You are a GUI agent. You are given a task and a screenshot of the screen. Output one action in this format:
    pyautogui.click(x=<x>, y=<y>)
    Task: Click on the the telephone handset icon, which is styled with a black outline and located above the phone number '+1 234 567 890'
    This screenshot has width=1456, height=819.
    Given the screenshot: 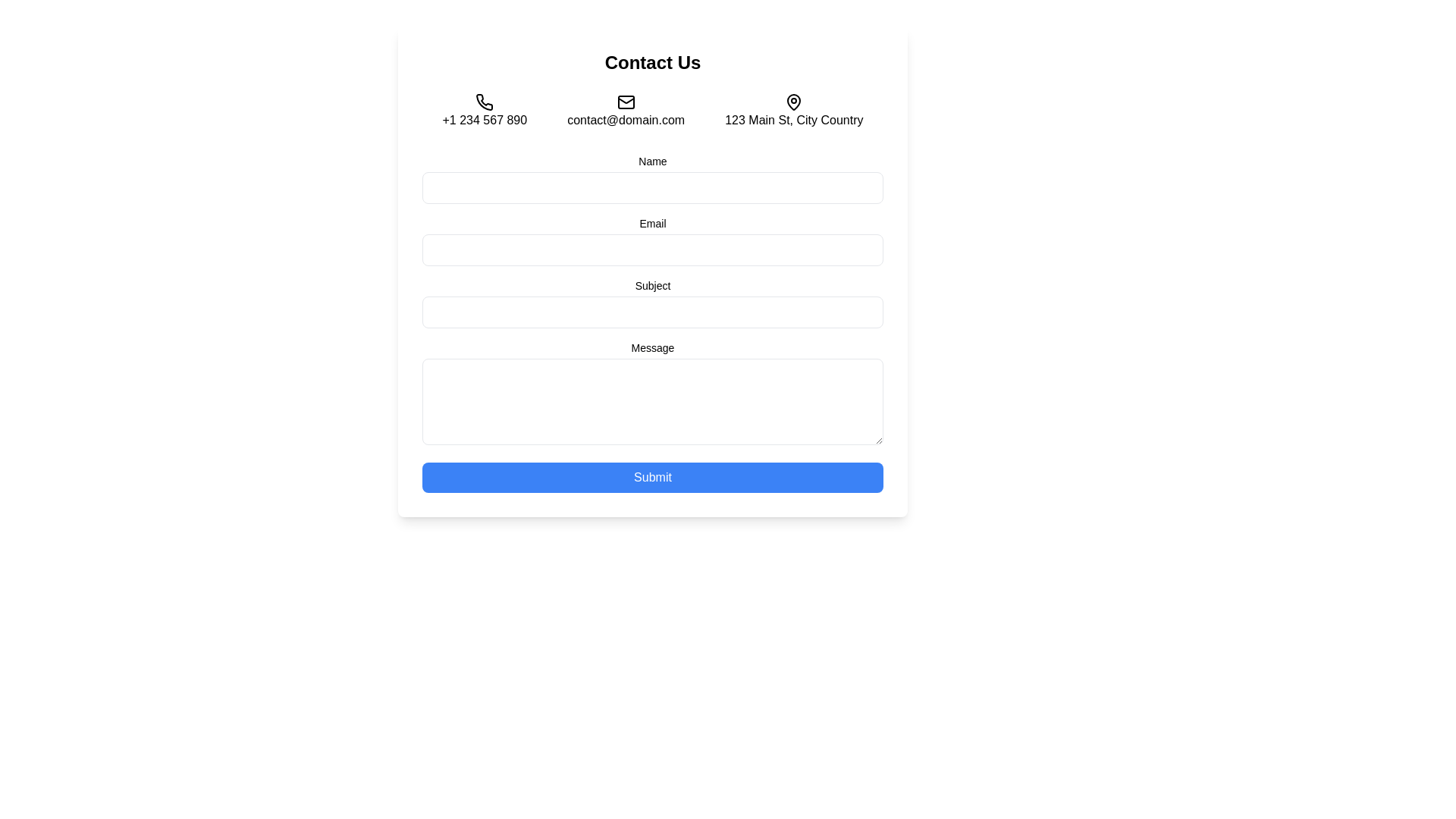 What is the action you would take?
    pyautogui.click(x=484, y=102)
    